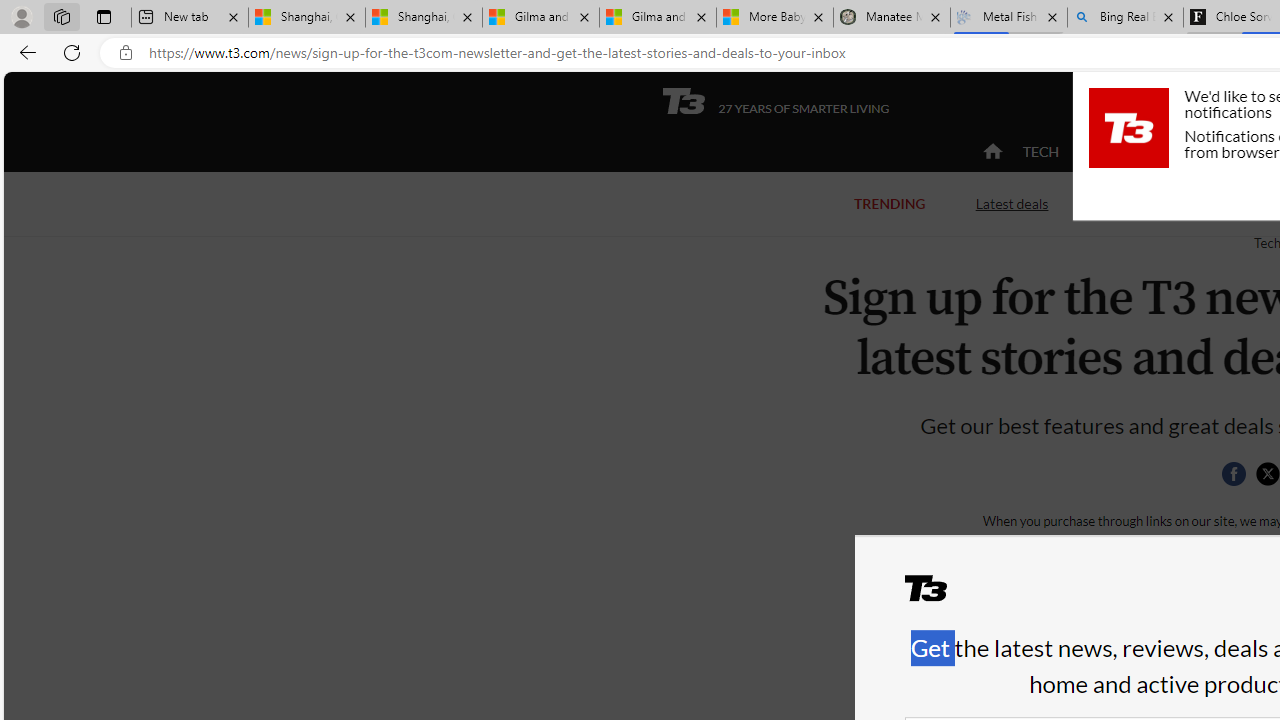 The image size is (1280, 720). Describe the element at coordinates (657, 17) in the screenshot. I see `'Gilma and Hector both pose tropical trouble for Hawaii'` at that location.